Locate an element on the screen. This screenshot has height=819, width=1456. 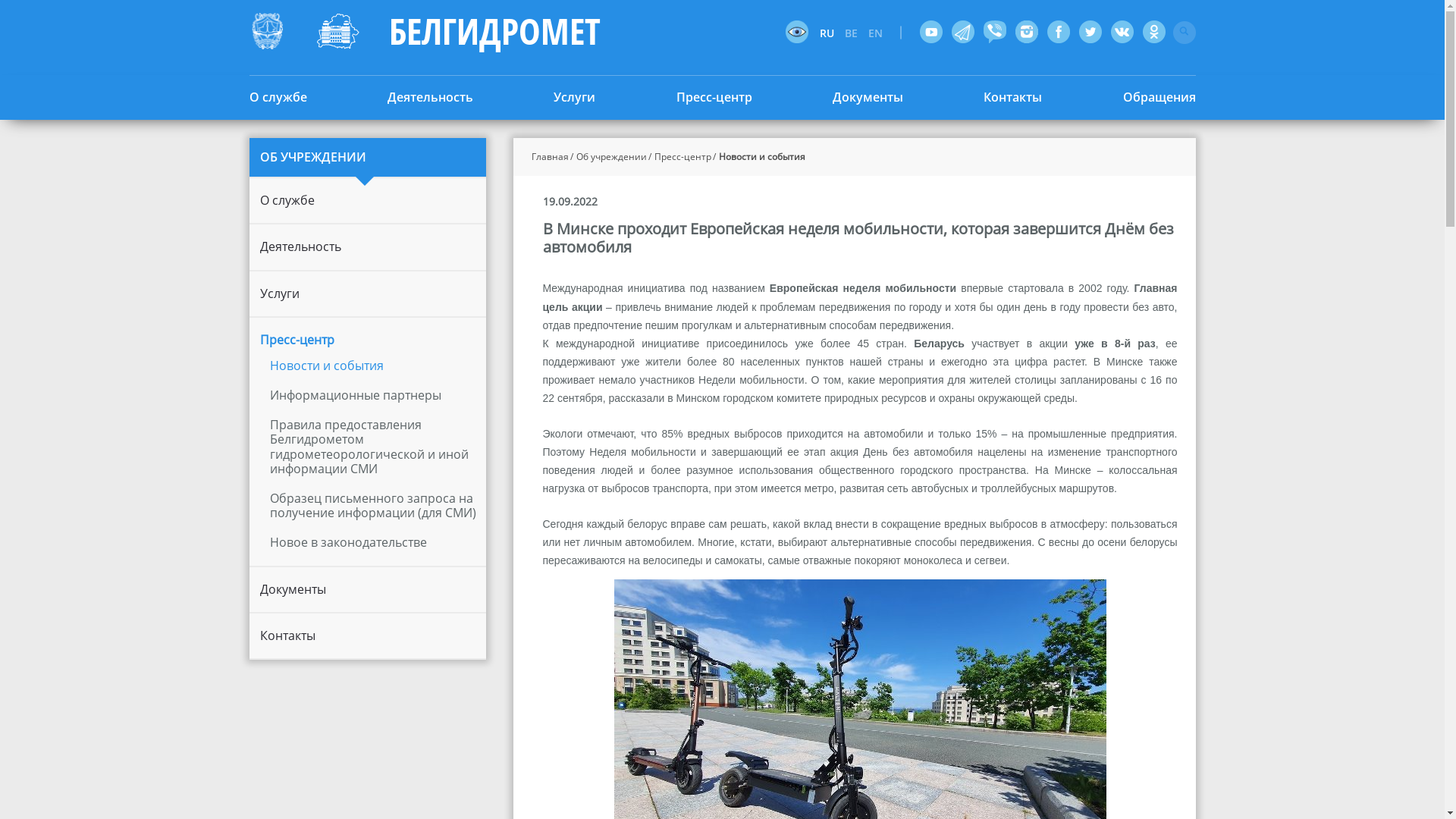
'ok.ru' is located at coordinates (1153, 32).